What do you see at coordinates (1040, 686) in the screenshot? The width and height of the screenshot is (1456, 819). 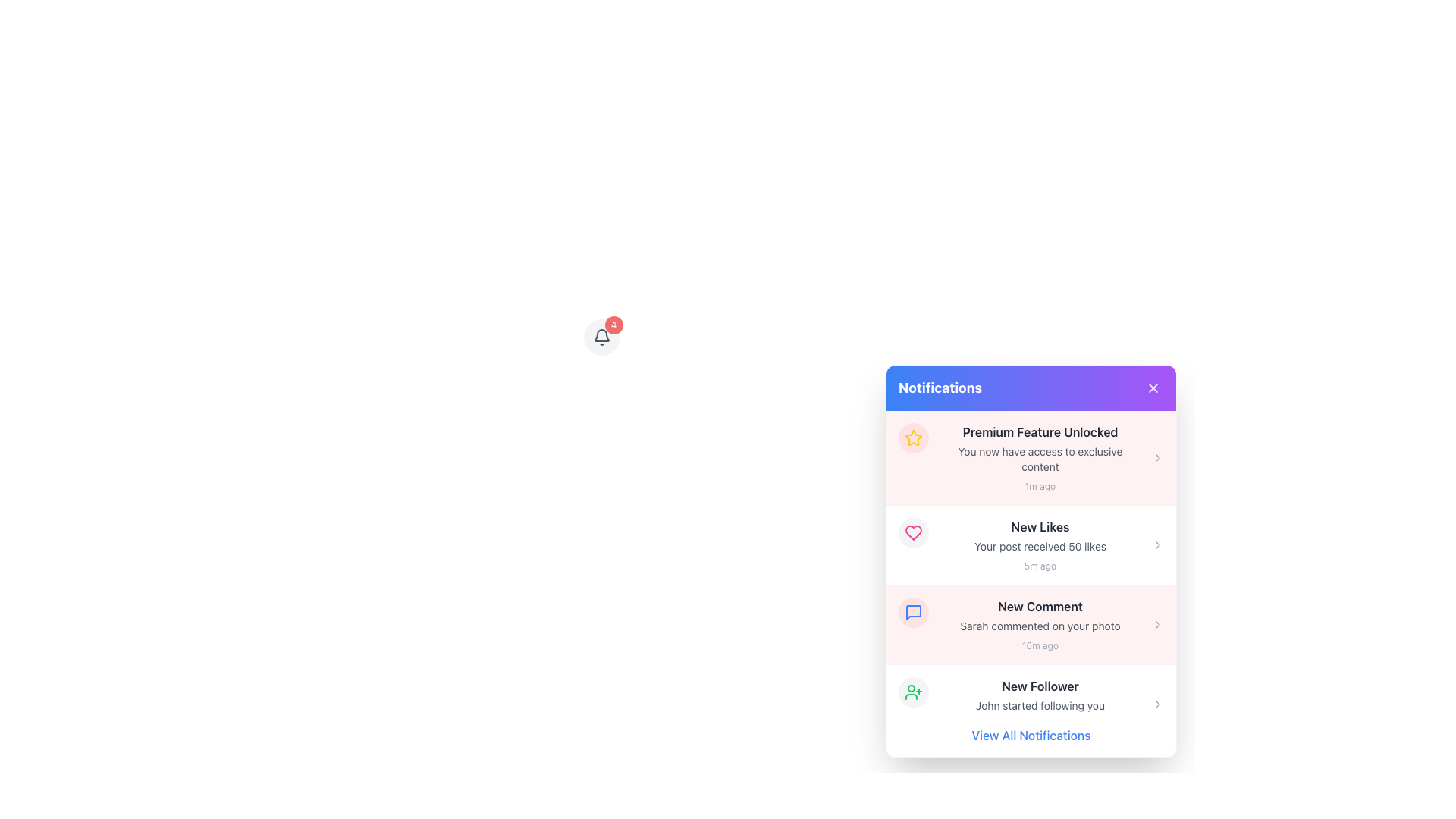 I see `text label displaying 'New Follower' which is in bold dark font and styled with a gray hue, located in the notification list above the line 'John started following you'` at bounding box center [1040, 686].